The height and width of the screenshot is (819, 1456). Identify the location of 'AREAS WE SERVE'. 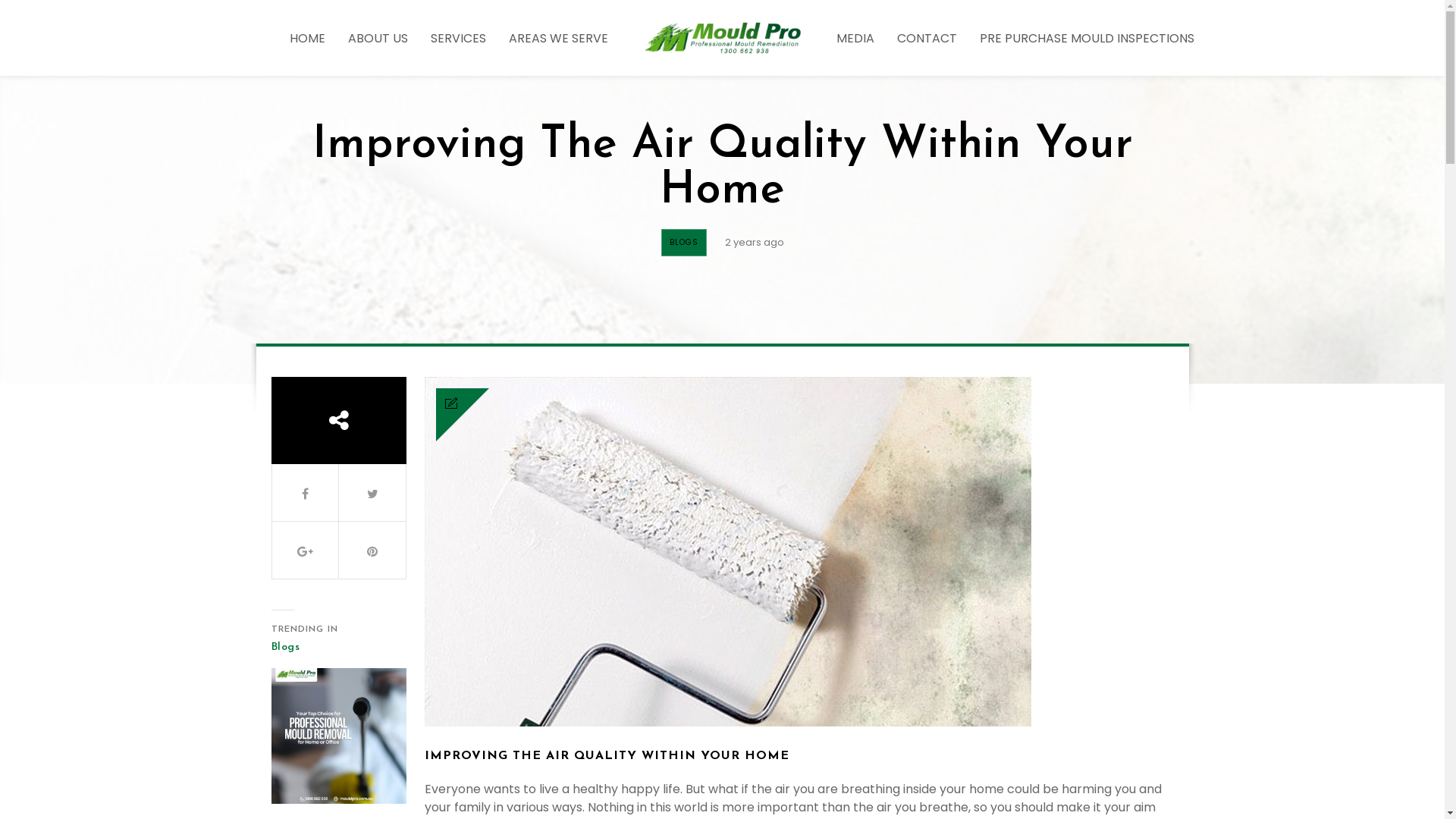
(557, 37).